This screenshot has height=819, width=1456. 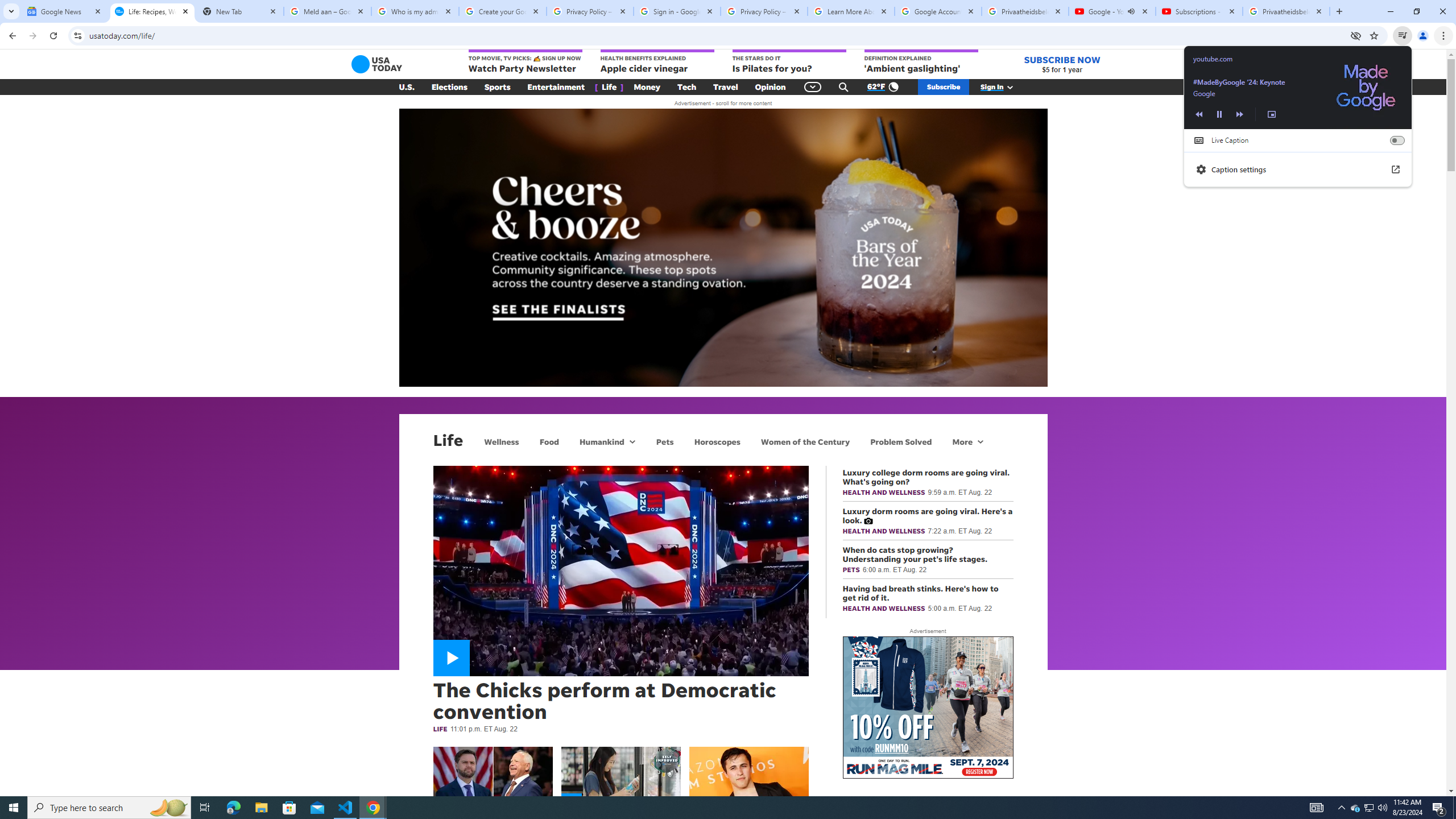 I want to click on 'USA TODAY', so click(x=377, y=64).